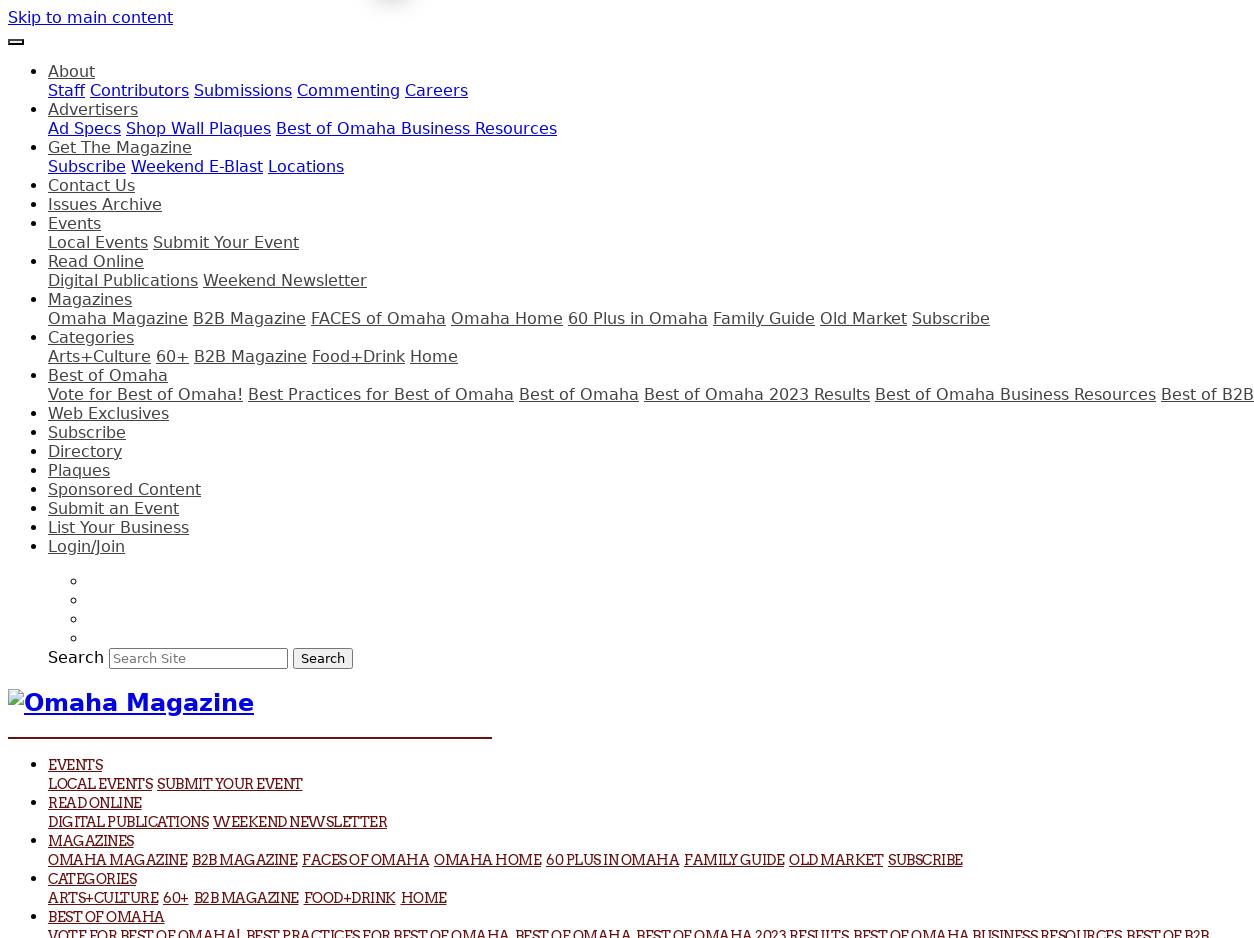 Image resolution: width=1254 pixels, height=938 pixels. Describe the element at coordinates (267, 166) in the screenshot. I see `'Locations'` at that location.